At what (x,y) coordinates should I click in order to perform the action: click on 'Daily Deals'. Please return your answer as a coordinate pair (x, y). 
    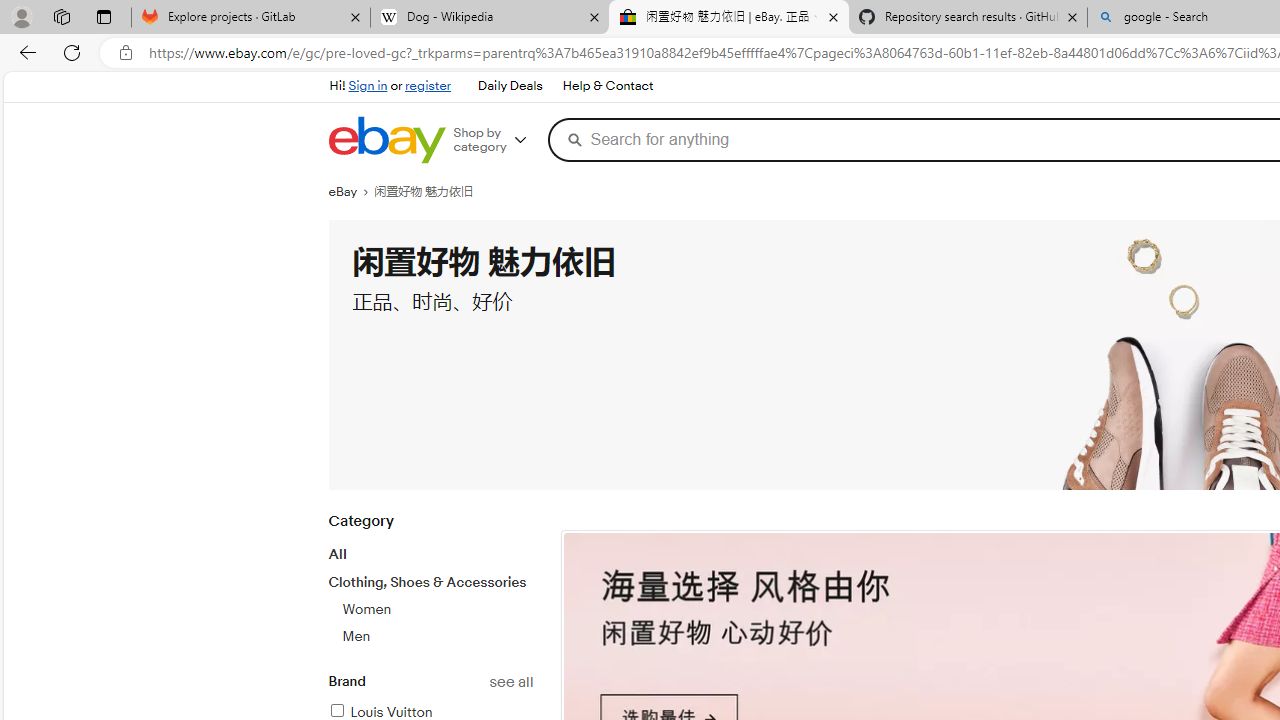
    Looking at the image, I should click on (510, 86).